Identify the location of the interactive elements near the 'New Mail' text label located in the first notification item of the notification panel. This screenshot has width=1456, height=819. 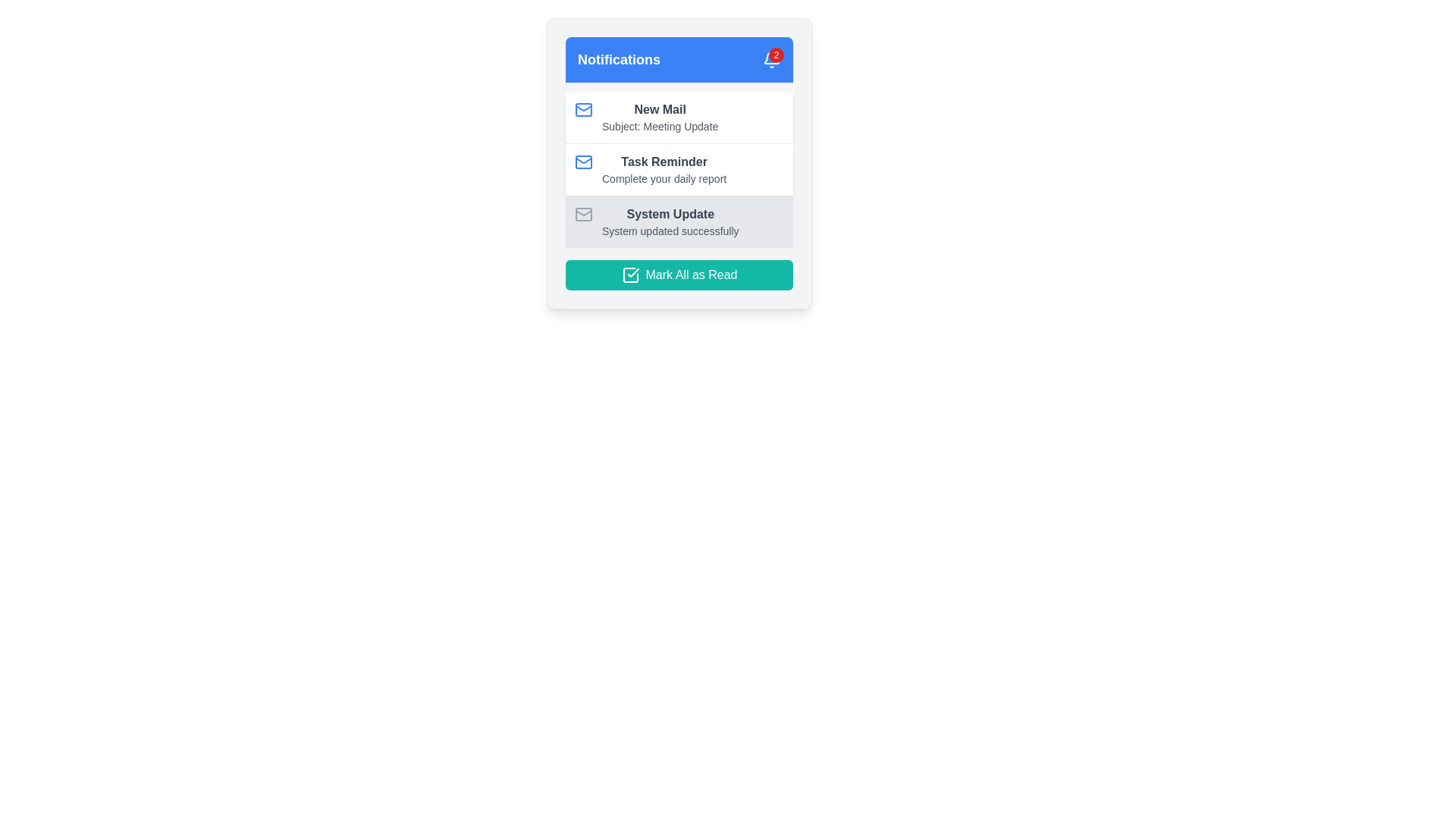
(660, 109).